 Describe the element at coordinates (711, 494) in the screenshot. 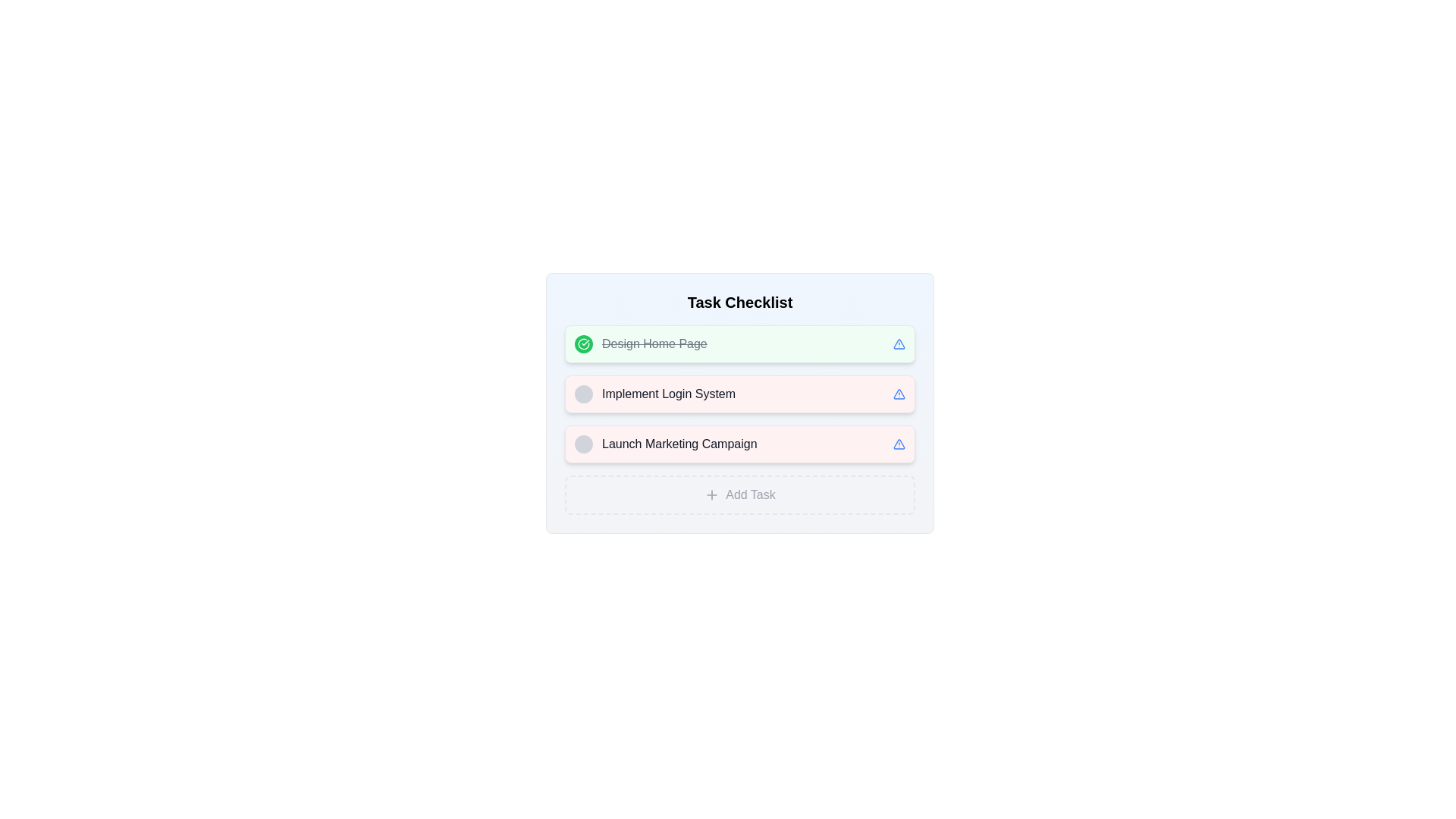

I see `the decorative icon that visually indicates the action of adding a new task, which is centered inside the 'Add Task' button located below the task list` at that location.